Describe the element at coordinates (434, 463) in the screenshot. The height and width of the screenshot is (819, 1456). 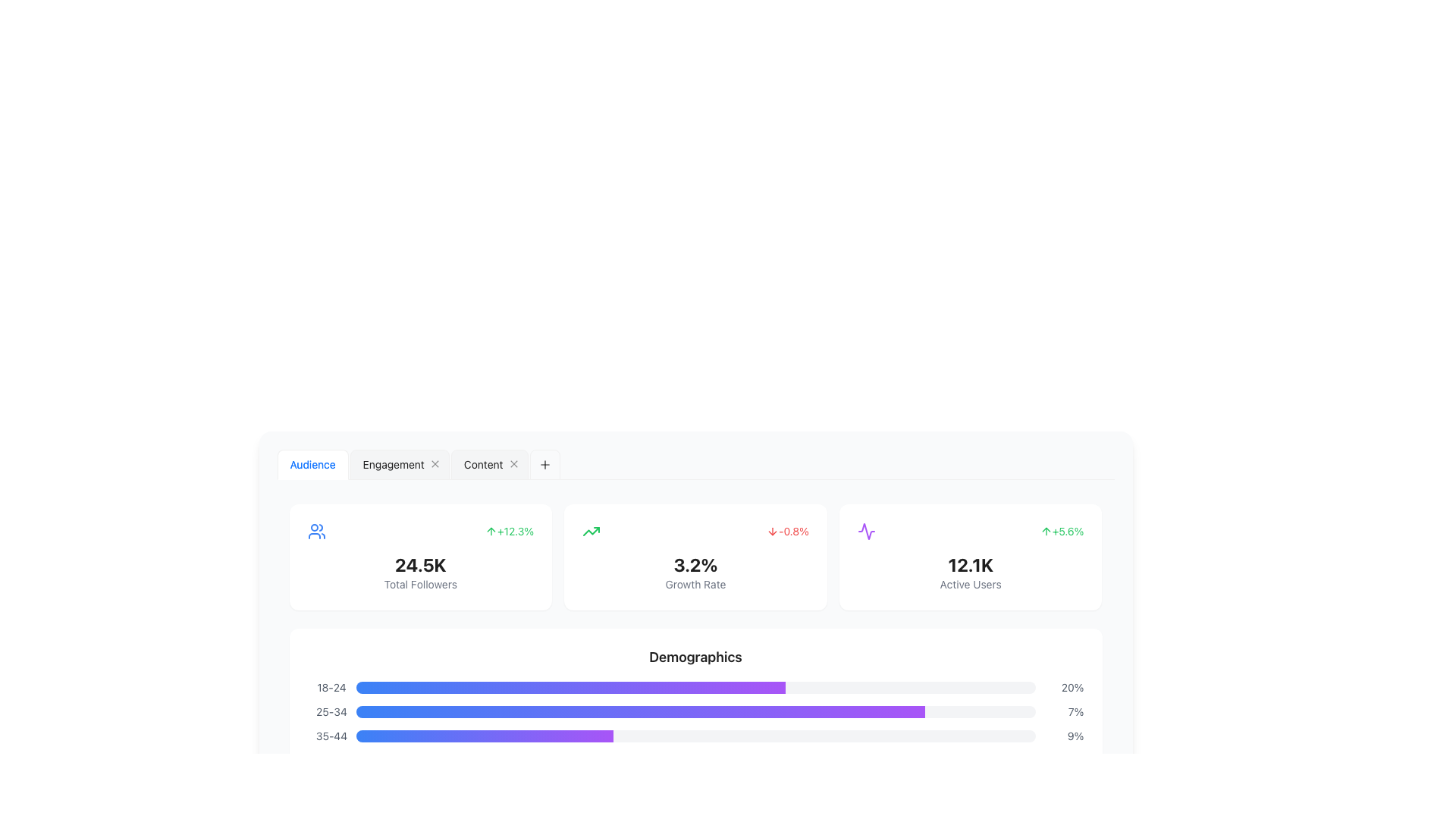
I see `the close button, which is a small circular icon resembling an 'X', located to the right of the 'Engagement' tab label` at that location.